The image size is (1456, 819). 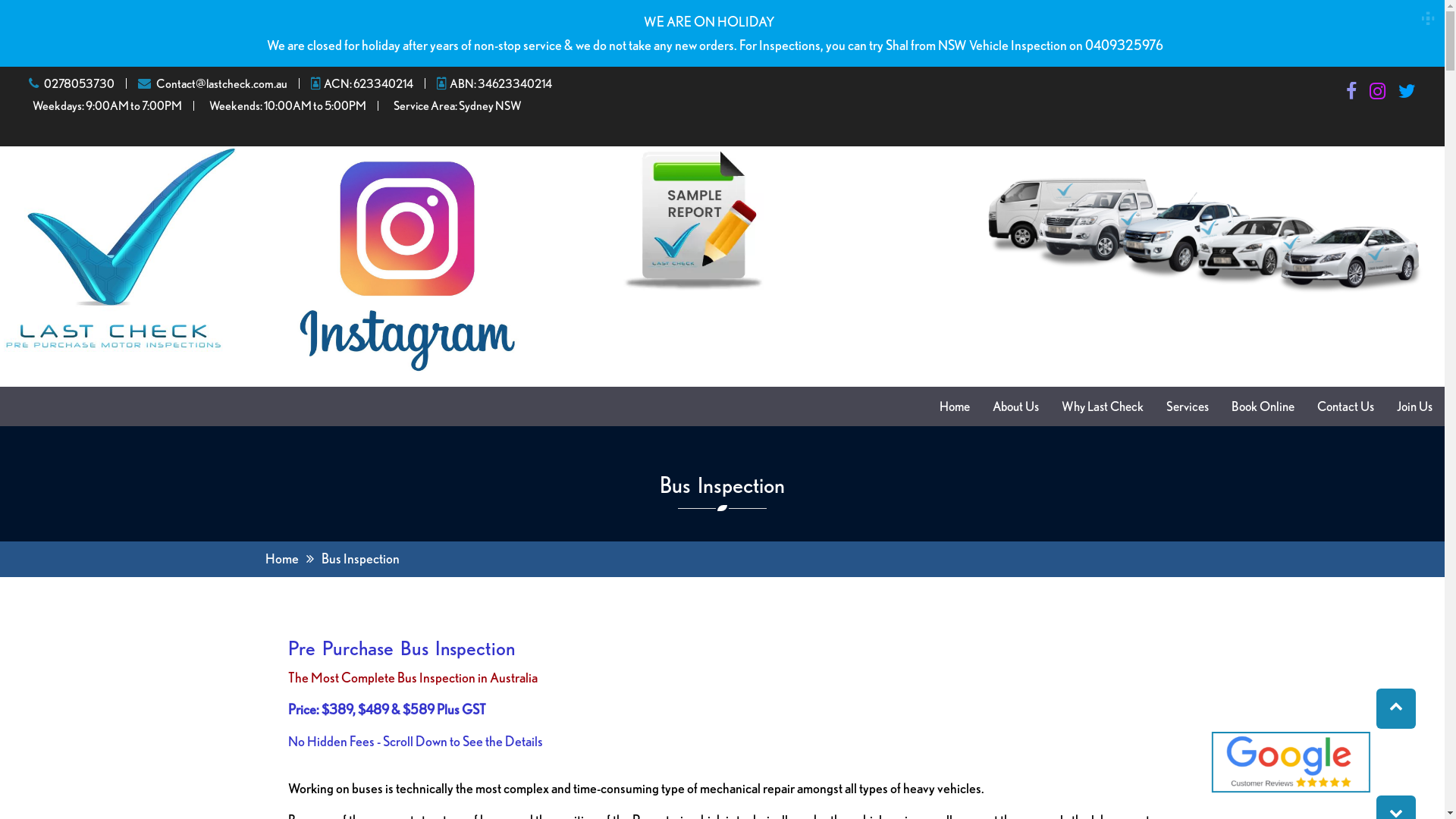 What do you see at coordinates (1263, 406) in the screenshot?
I see `'Book Online'` at bounding box center [1263, 406].